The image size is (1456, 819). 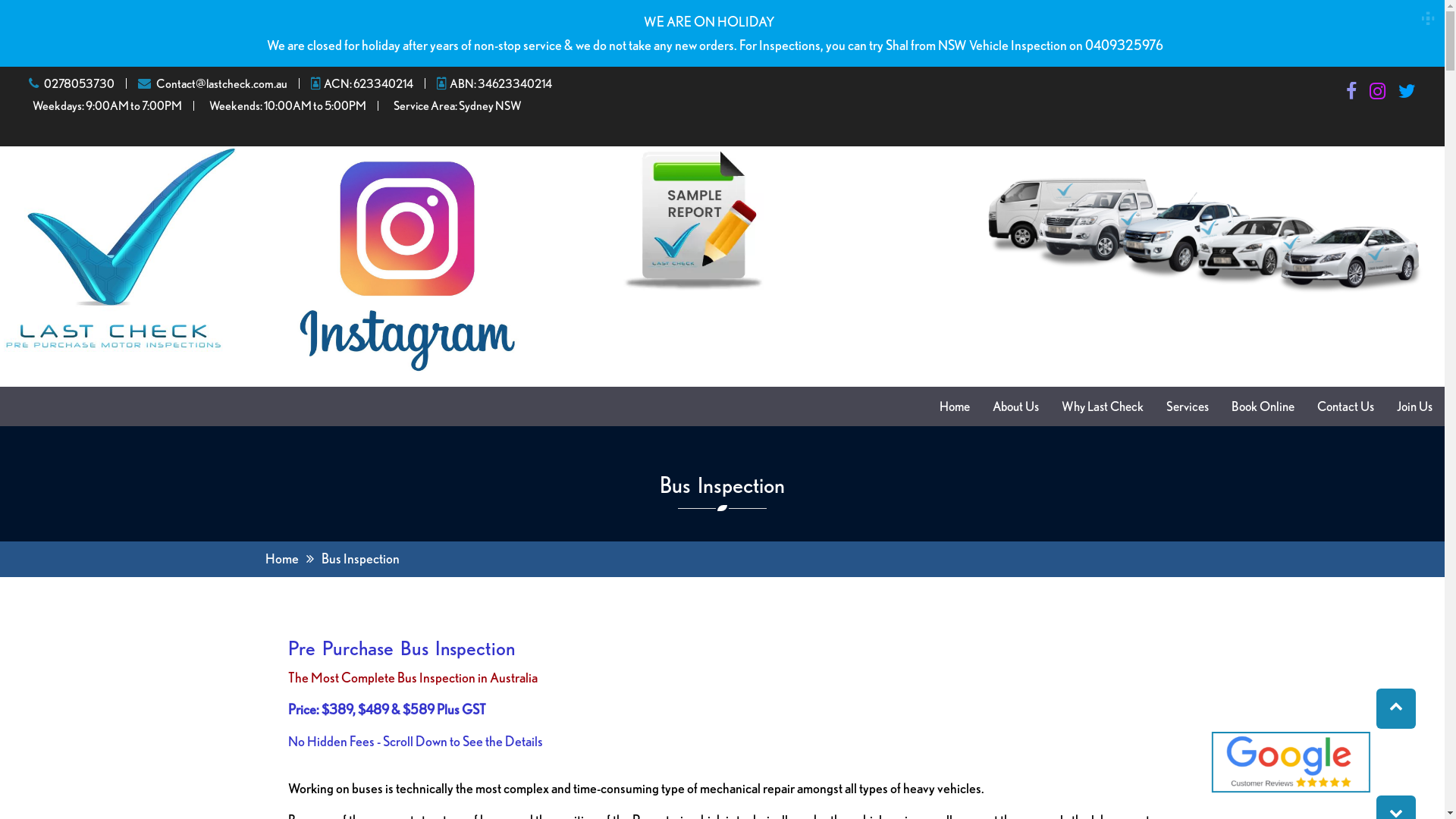 What do you see at coordinates (1263, 406) in the screenshot?
I see `'Book Online'` at bounding box center [1263, 406].